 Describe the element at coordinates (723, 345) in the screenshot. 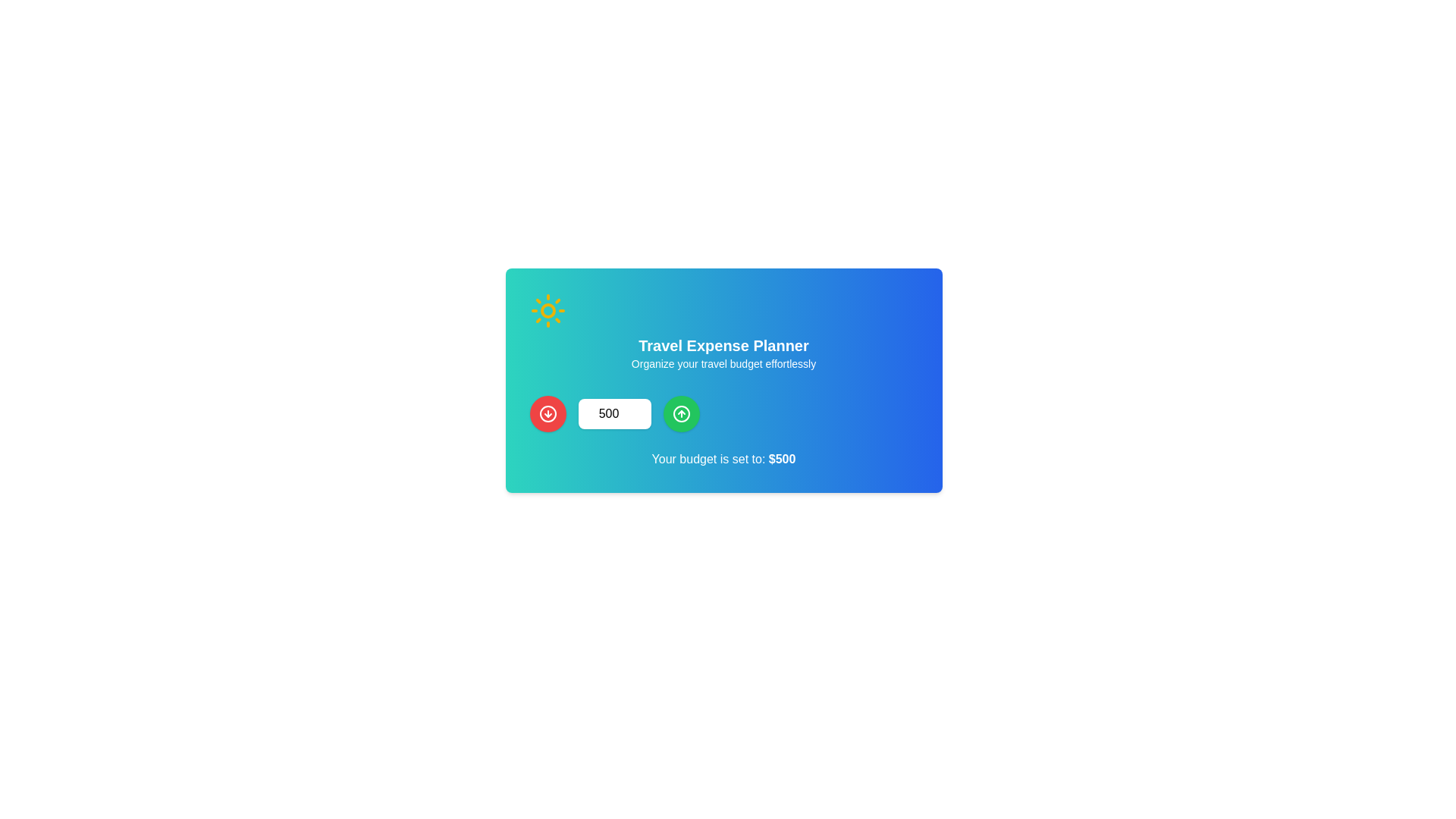

I see `the text heading that serves as the title for the travel expense planner section` at that location.